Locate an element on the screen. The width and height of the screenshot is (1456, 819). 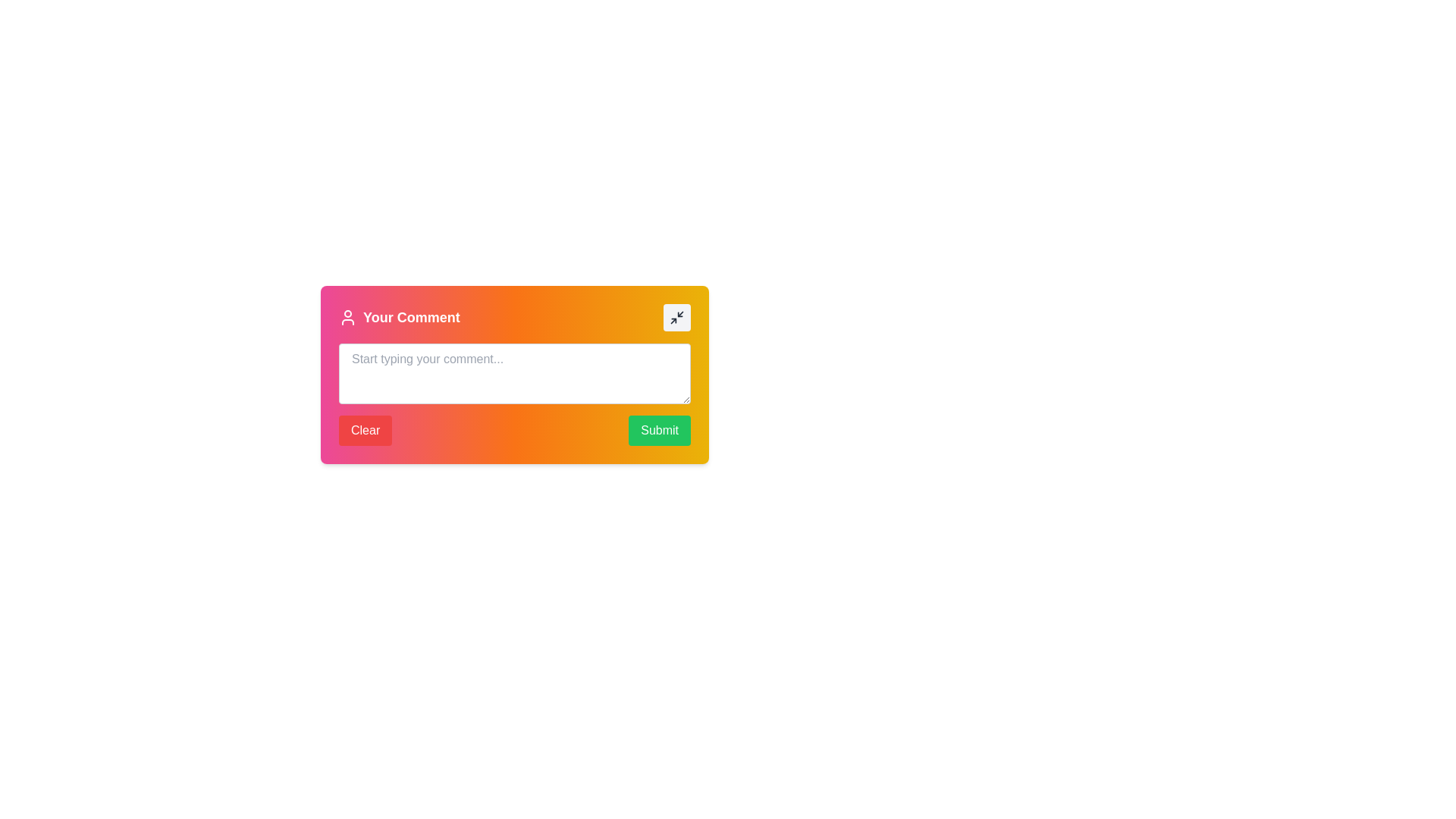
the 'Submit' button, which is a rectangular button with white text on a green background, located at the bottom-right of the comment input card is located at coordinates (660, 430).